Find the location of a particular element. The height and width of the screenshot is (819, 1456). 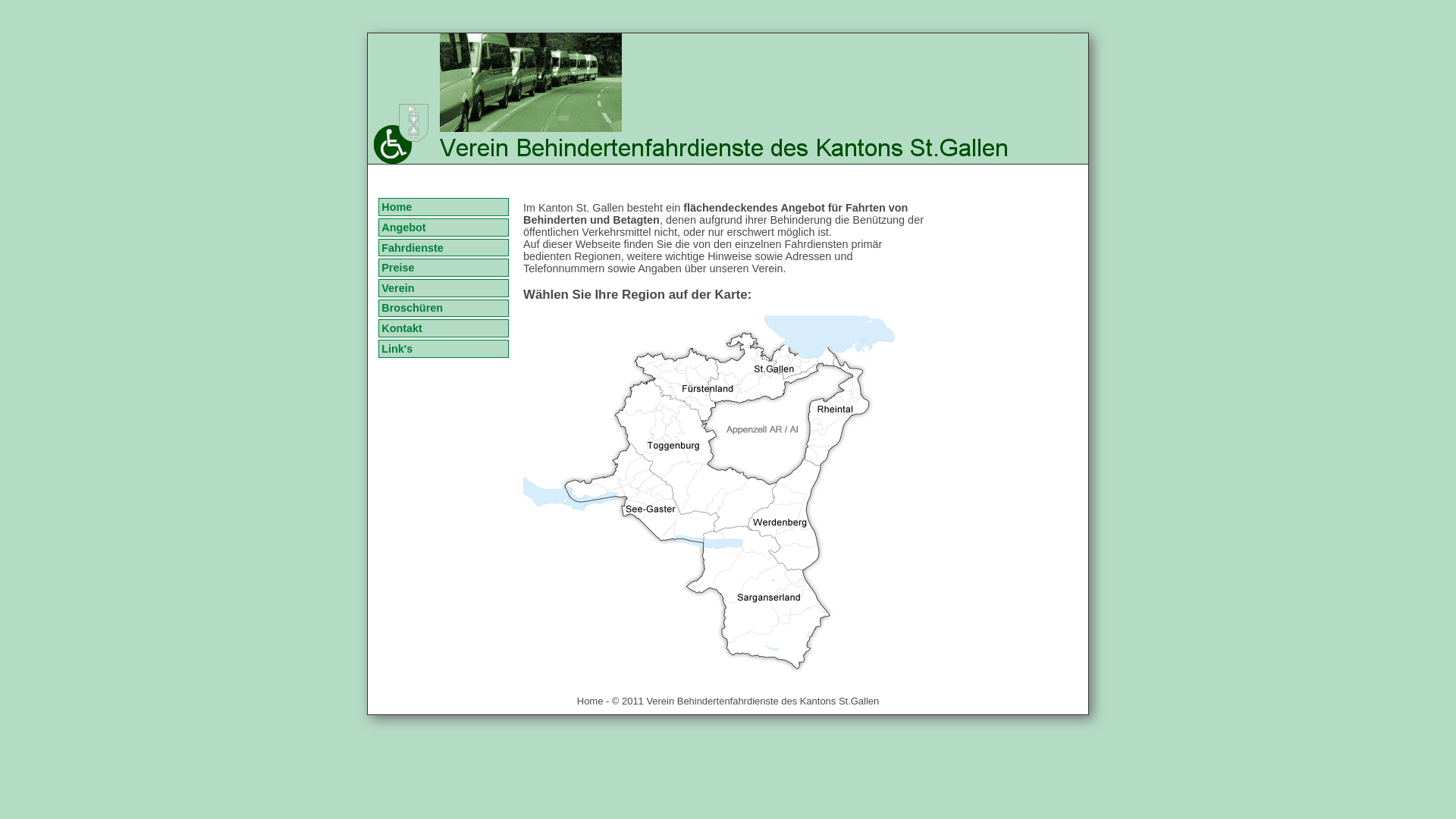

'Verein' is located at coordinates (442, 288).